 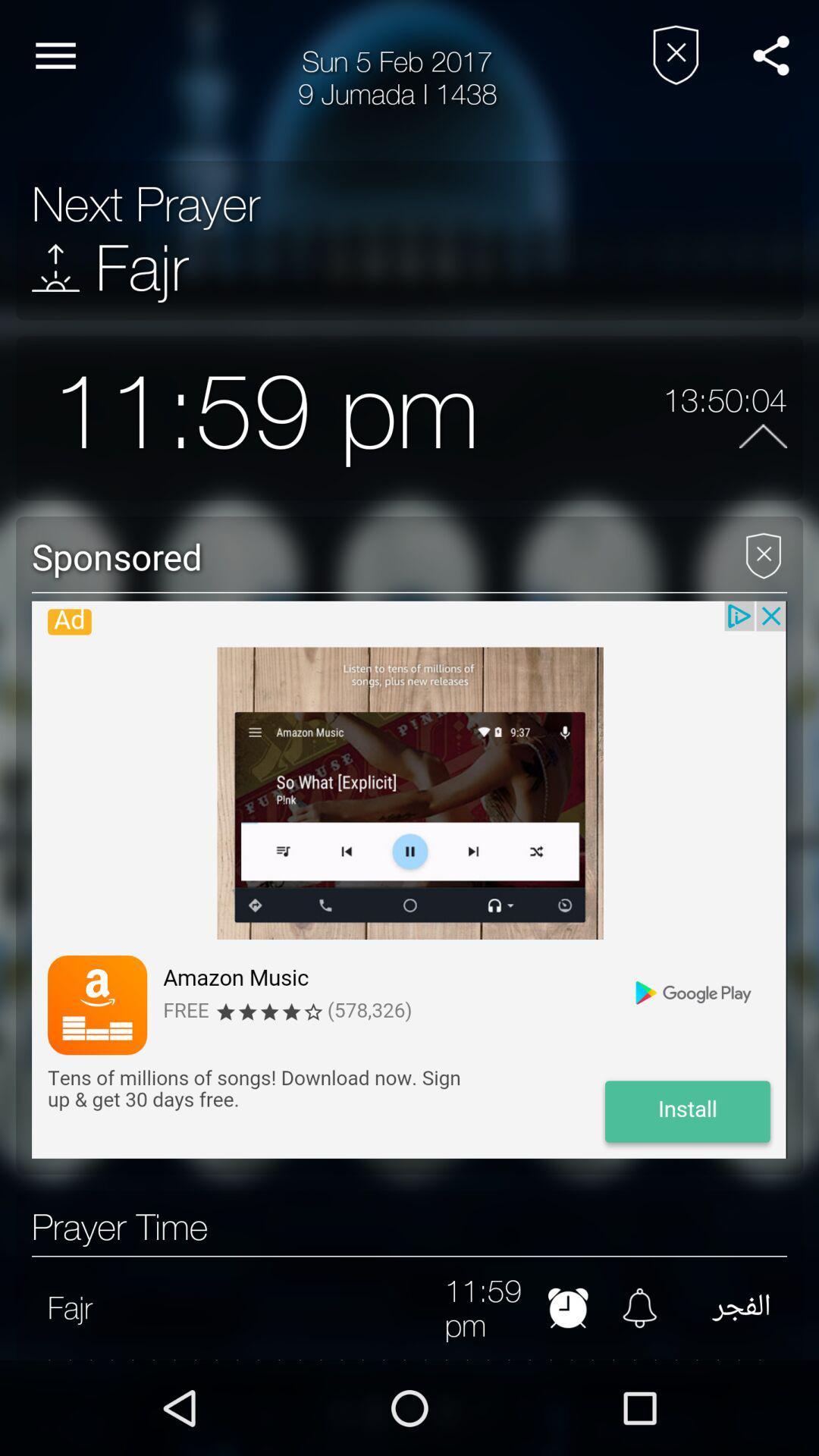 What do you see at coordinates (146, 203) in the screenshot?
I see `the icon above fajr` at bounding box center [146, 203].